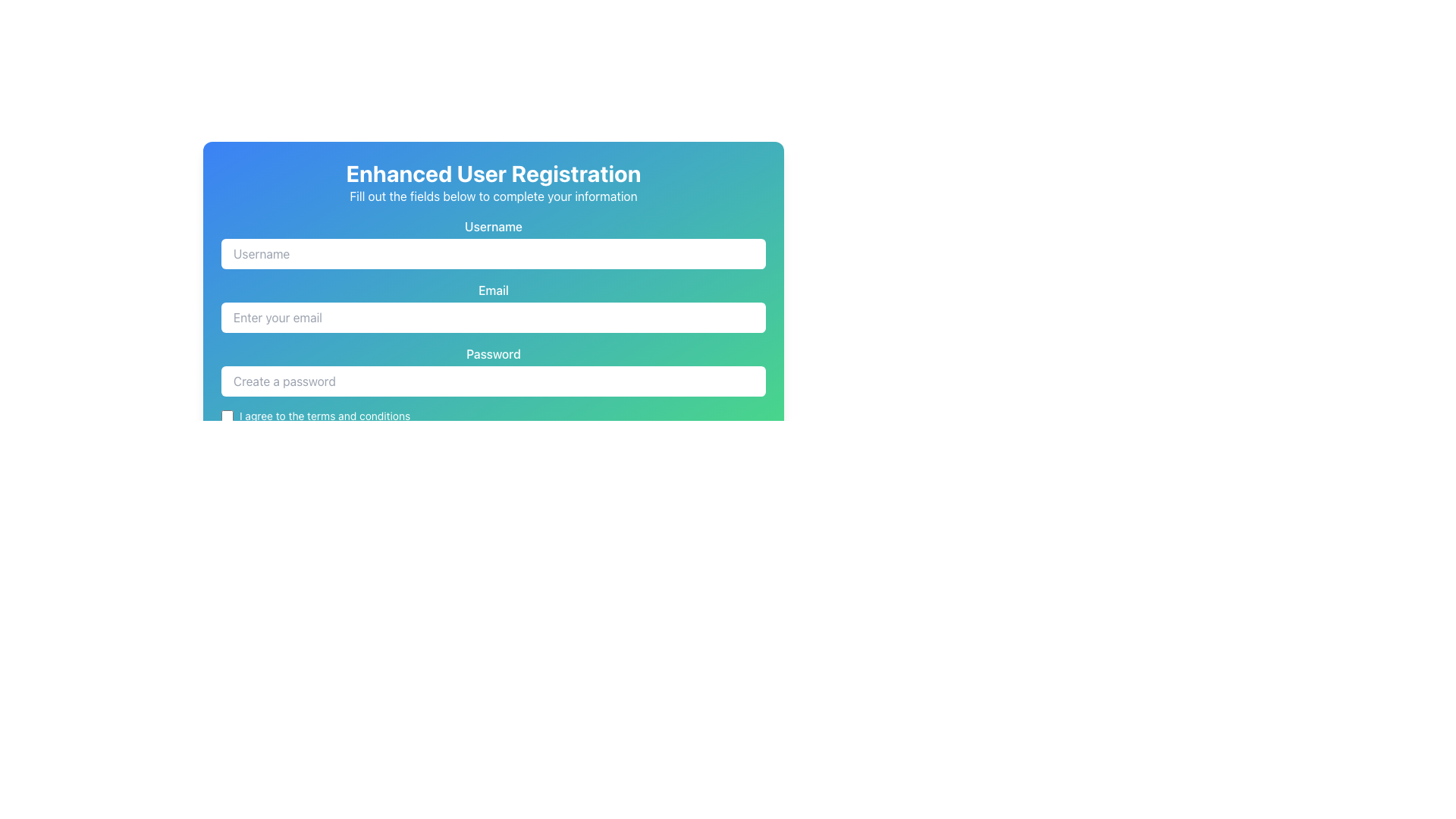  What do you see at coordinates (494, 317) in the screenshot?
I see `the email input field in the 'Enhanced User Registration' form by tabbing to it` at bounding box center [494, 317].